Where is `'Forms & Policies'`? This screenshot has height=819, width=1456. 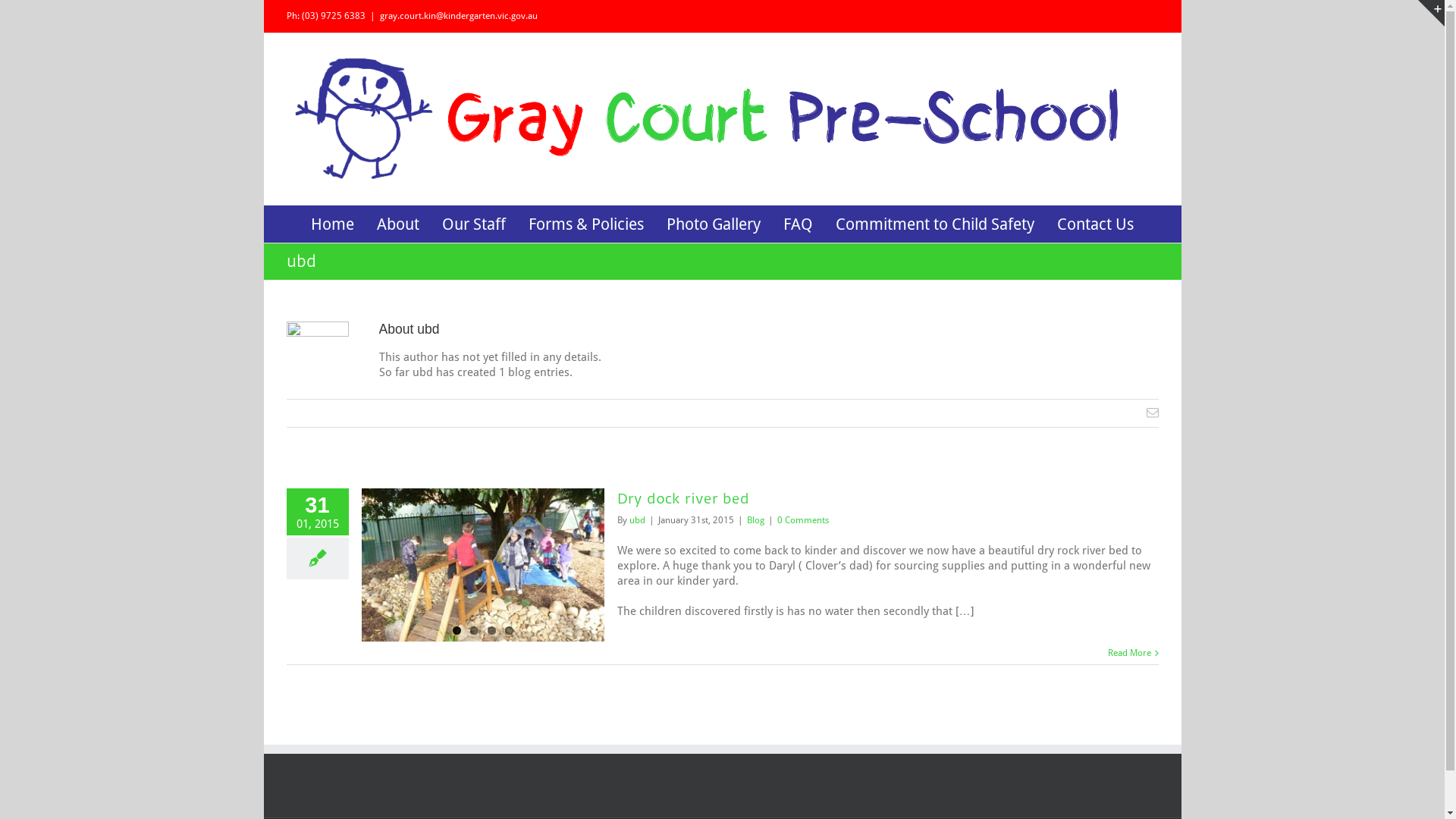
'Forms & Policies' is located at coordinates (585, 223).